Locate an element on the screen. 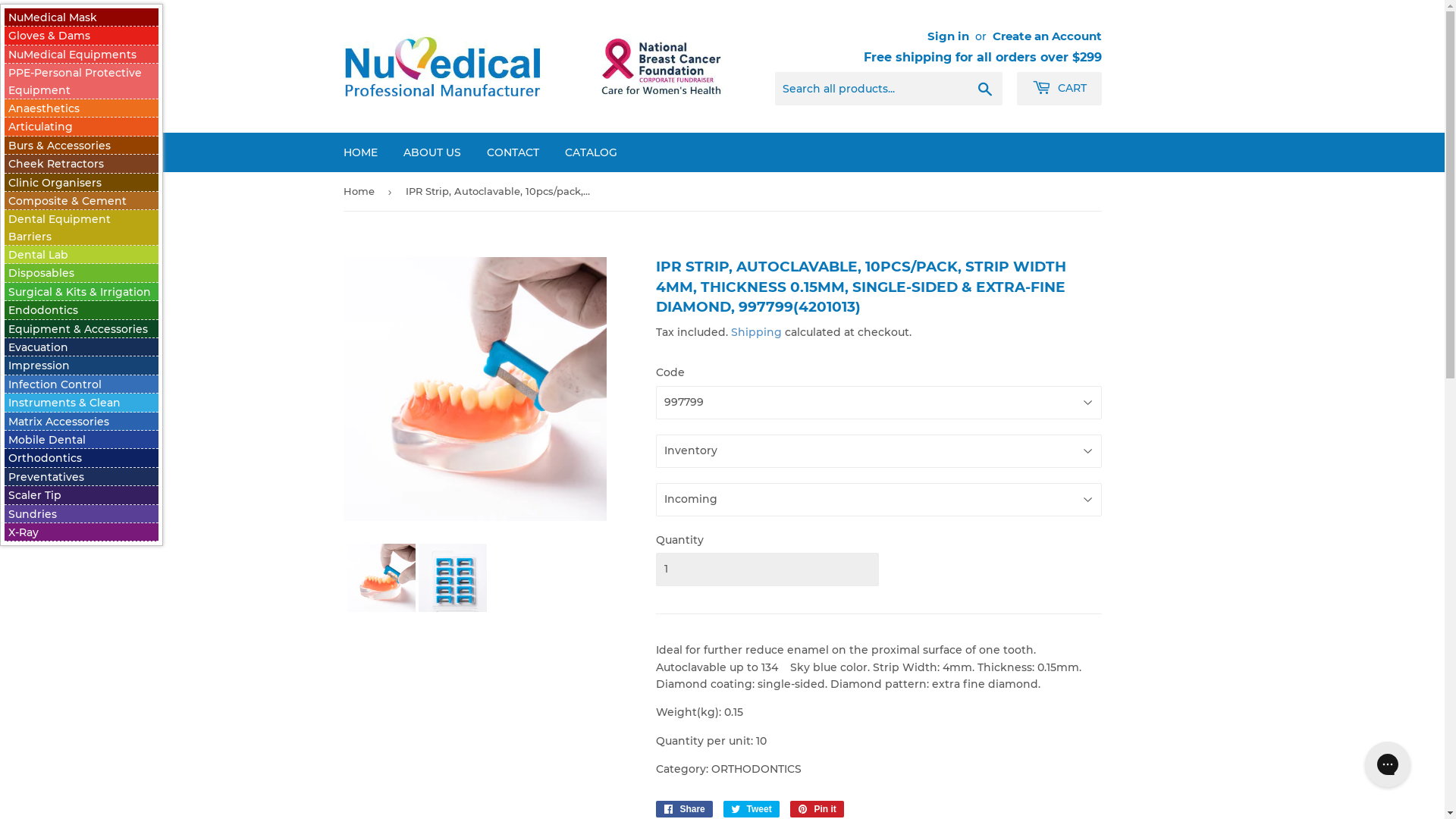 The width and height of the screenshot is (1456, 819). 'Endodontics' is located at coordinates (43, 309).